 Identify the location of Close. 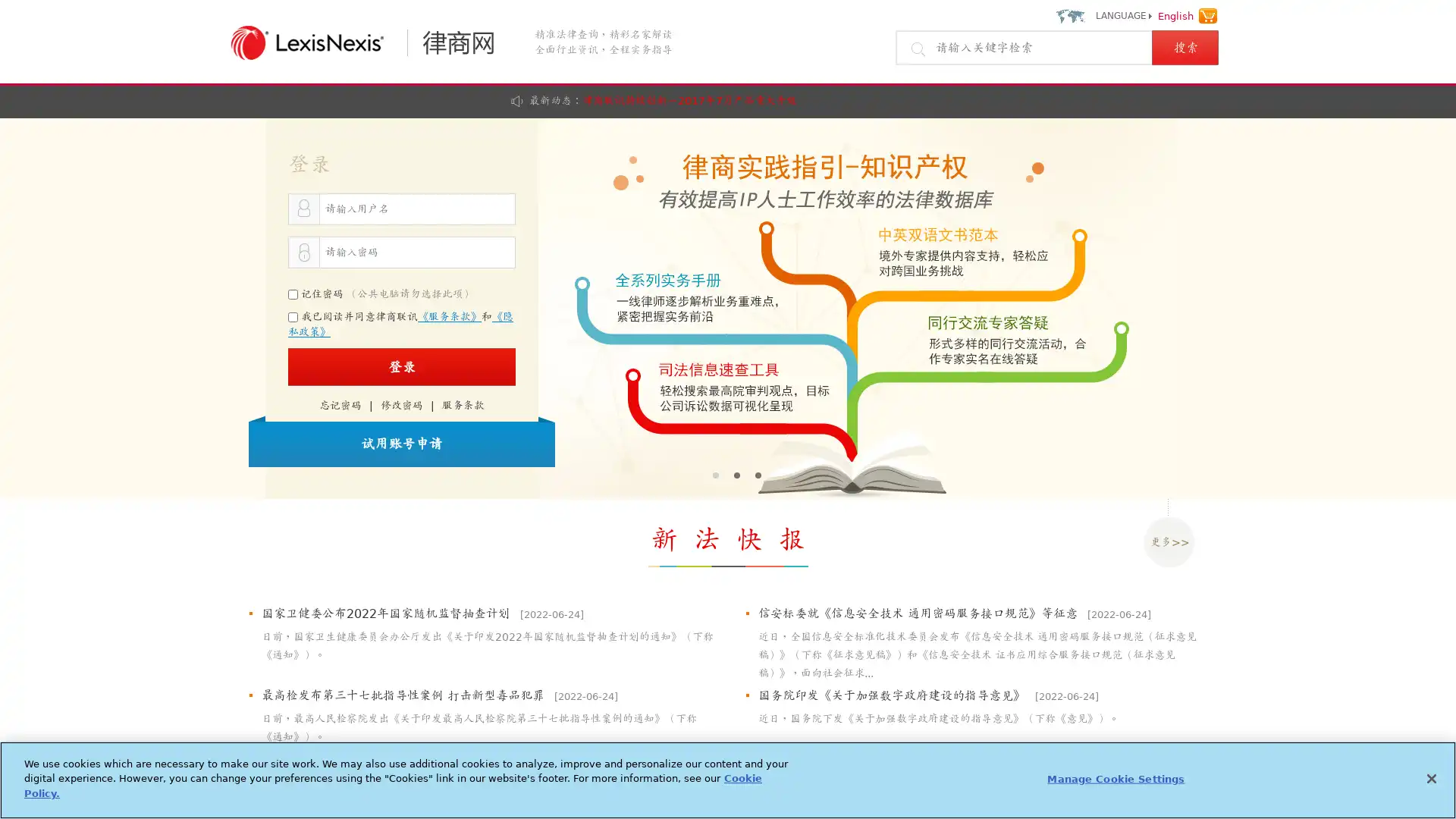
(1430, 778).